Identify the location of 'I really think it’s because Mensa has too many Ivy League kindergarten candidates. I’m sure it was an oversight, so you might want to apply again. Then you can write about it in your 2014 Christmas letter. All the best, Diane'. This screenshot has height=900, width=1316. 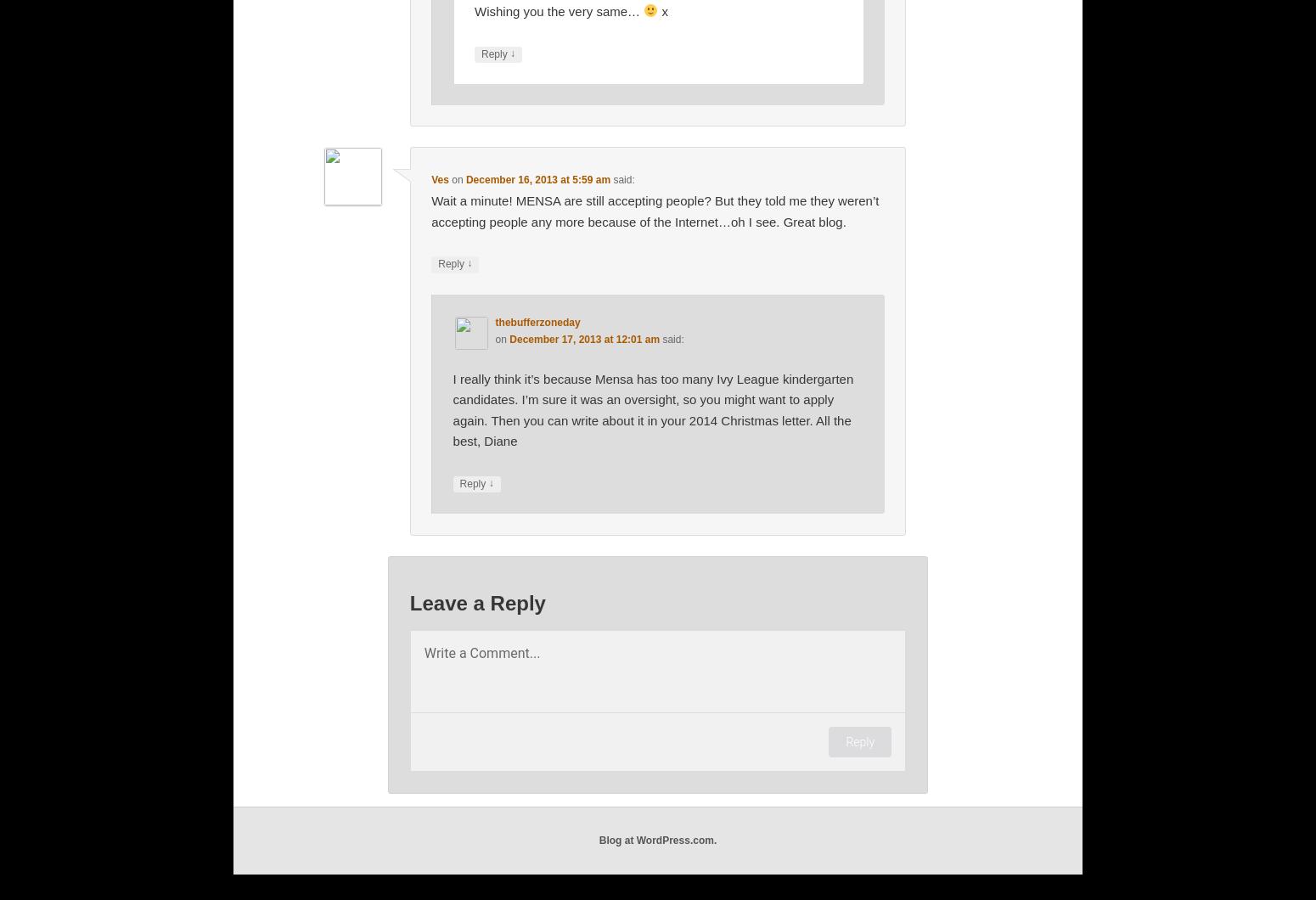
(652, 408).